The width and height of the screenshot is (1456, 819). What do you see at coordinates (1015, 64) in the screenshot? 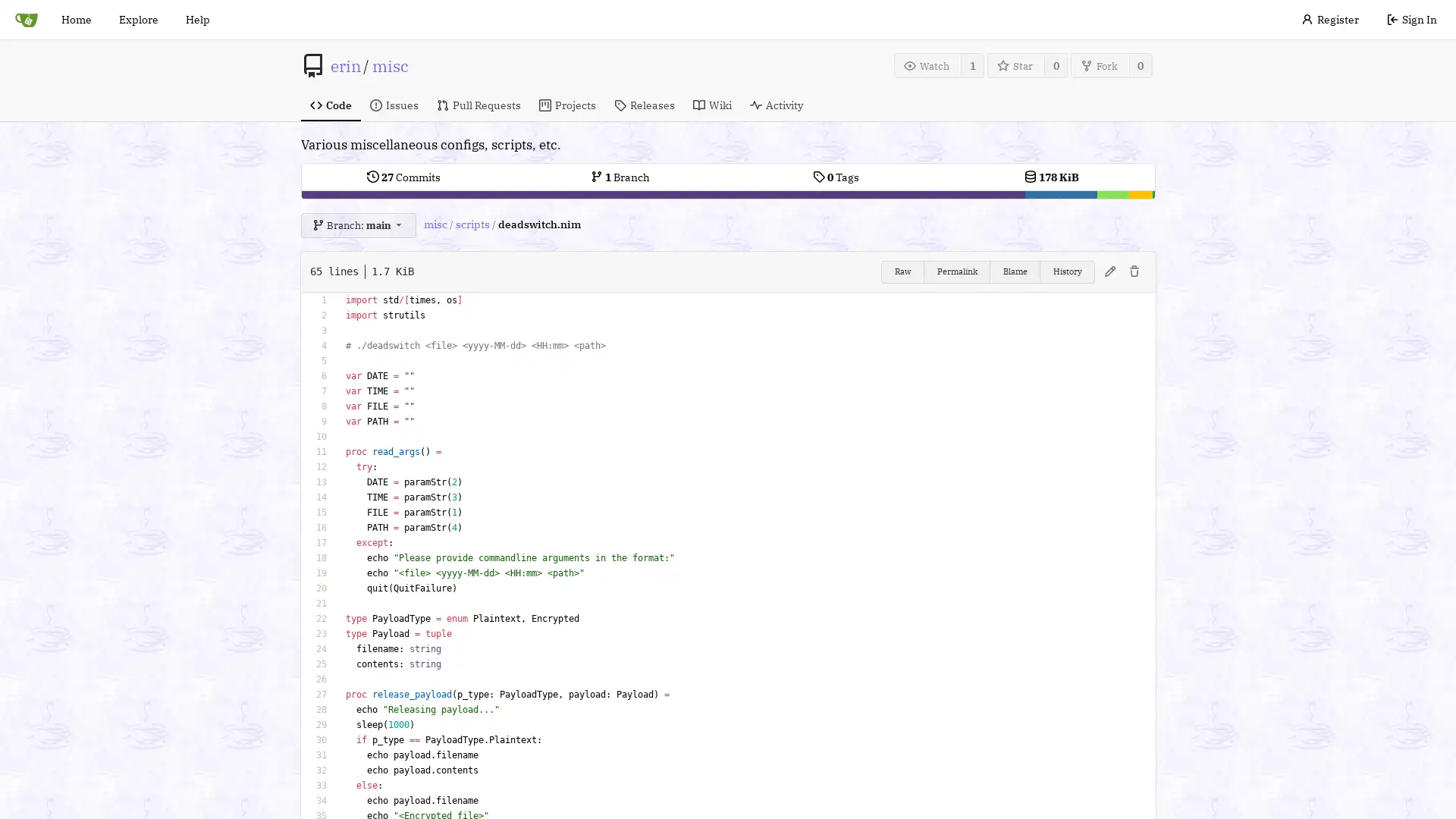
I see `Star` at bounding box center [1015, 64].